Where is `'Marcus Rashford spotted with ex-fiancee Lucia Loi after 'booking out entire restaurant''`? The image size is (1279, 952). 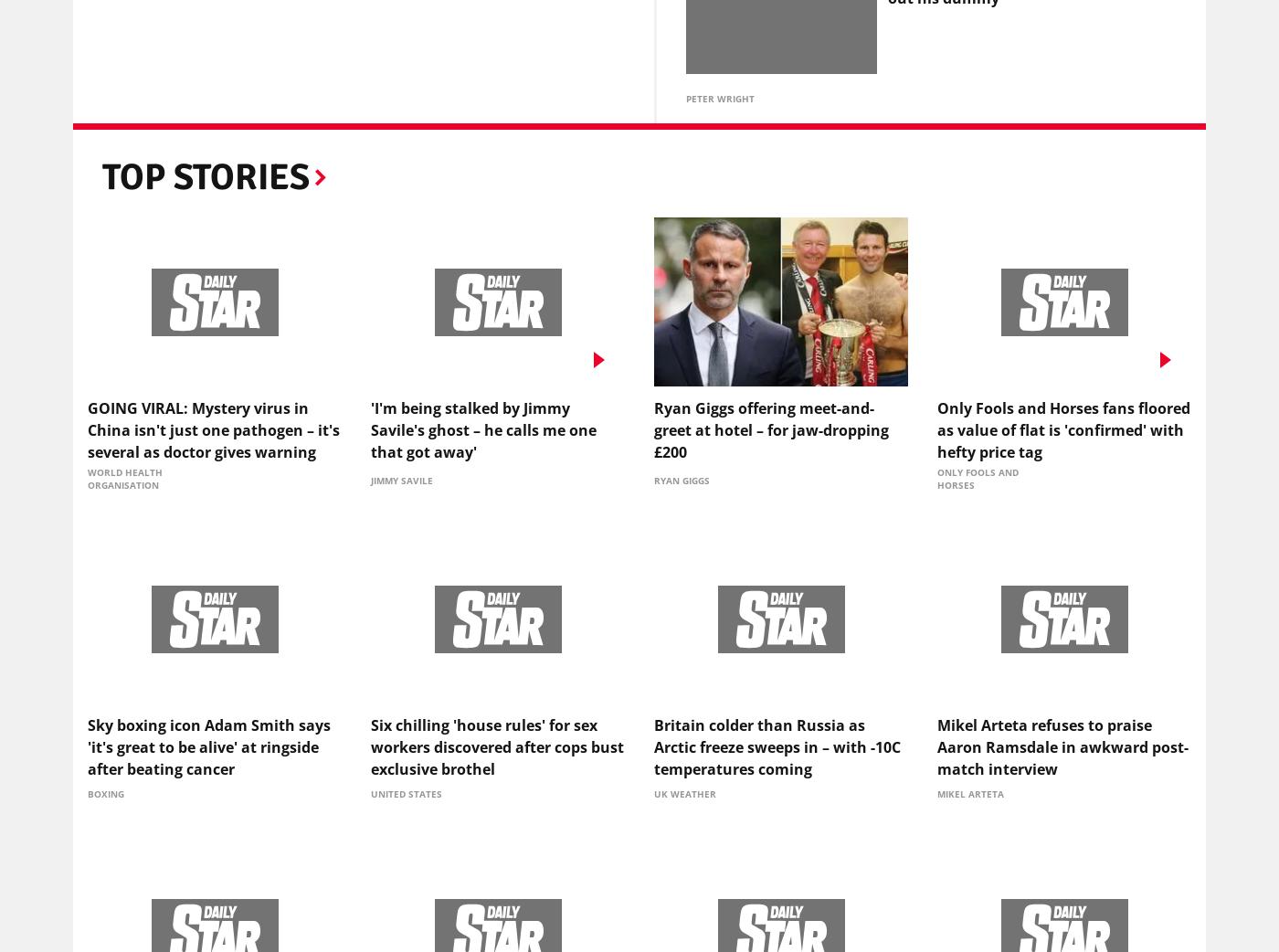
'Marcus Rashford spotted with ex-fiancee Lucia Loi after 'booking out entire restaurant'' is located at coordinates (1037, 335).